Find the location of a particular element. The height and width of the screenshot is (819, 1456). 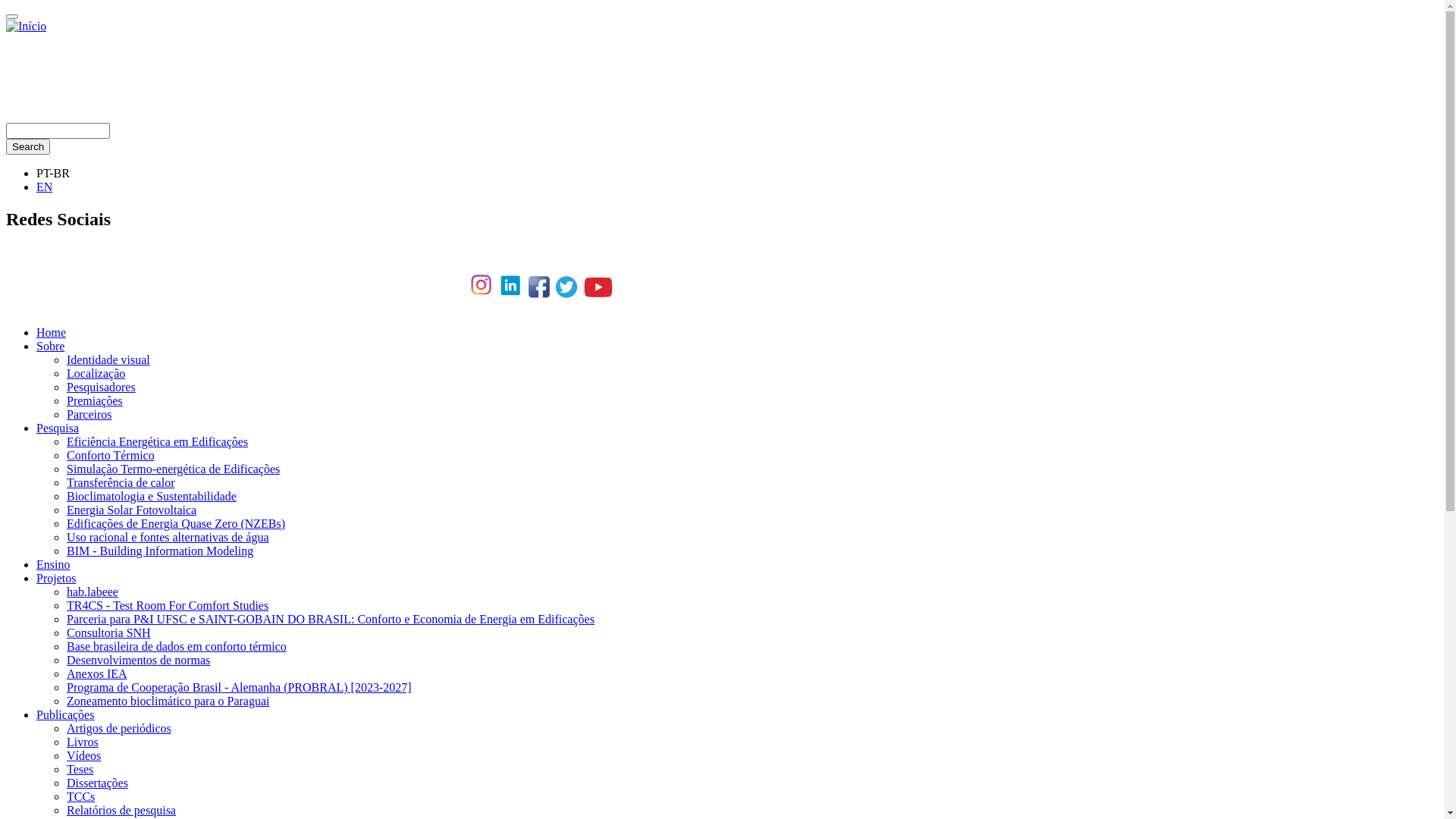

'Consultoria SNH' is located at coordinates (65, 632).